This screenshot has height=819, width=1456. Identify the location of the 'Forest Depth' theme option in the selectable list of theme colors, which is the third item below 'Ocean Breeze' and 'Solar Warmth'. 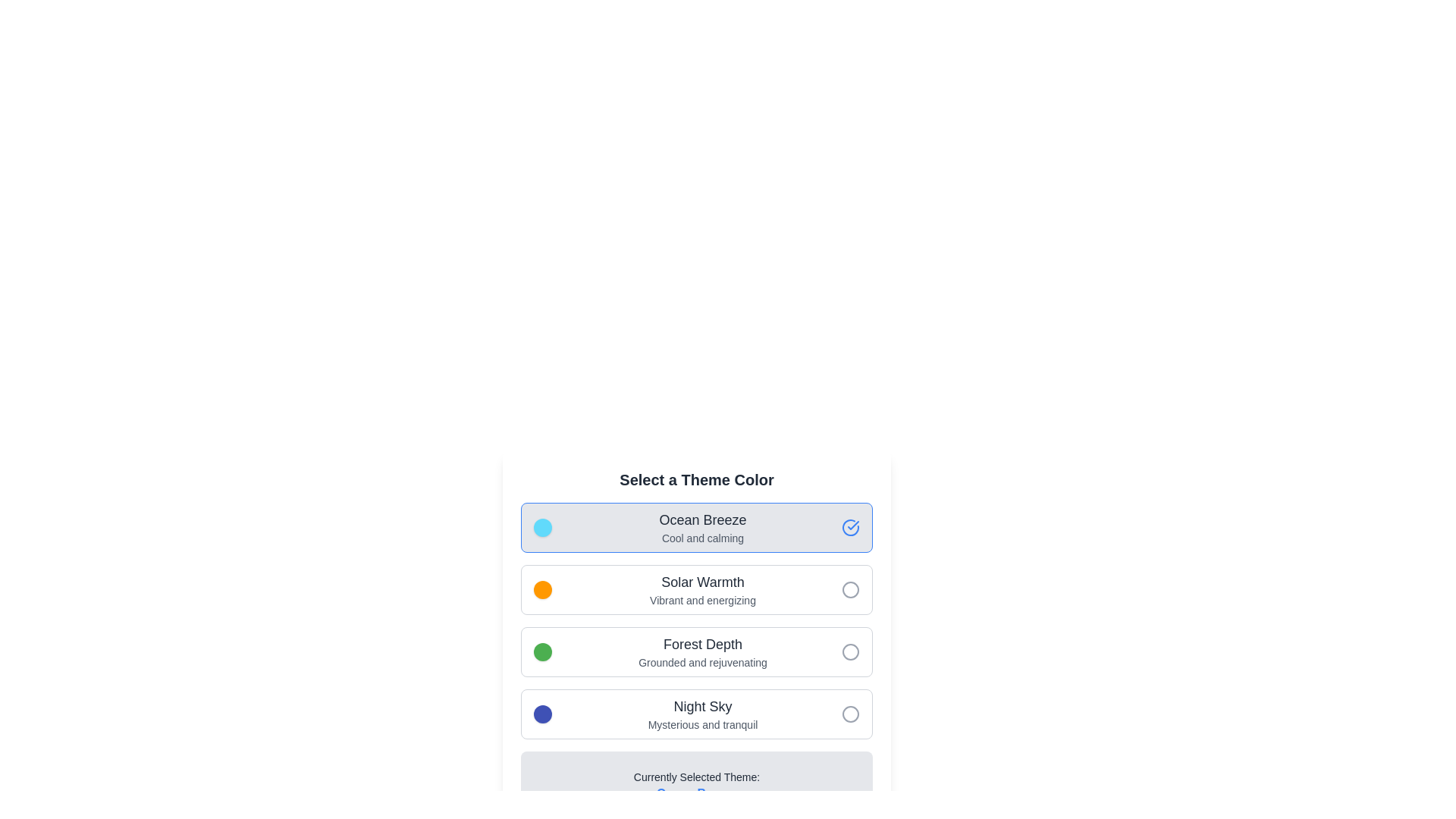
(701, 651).